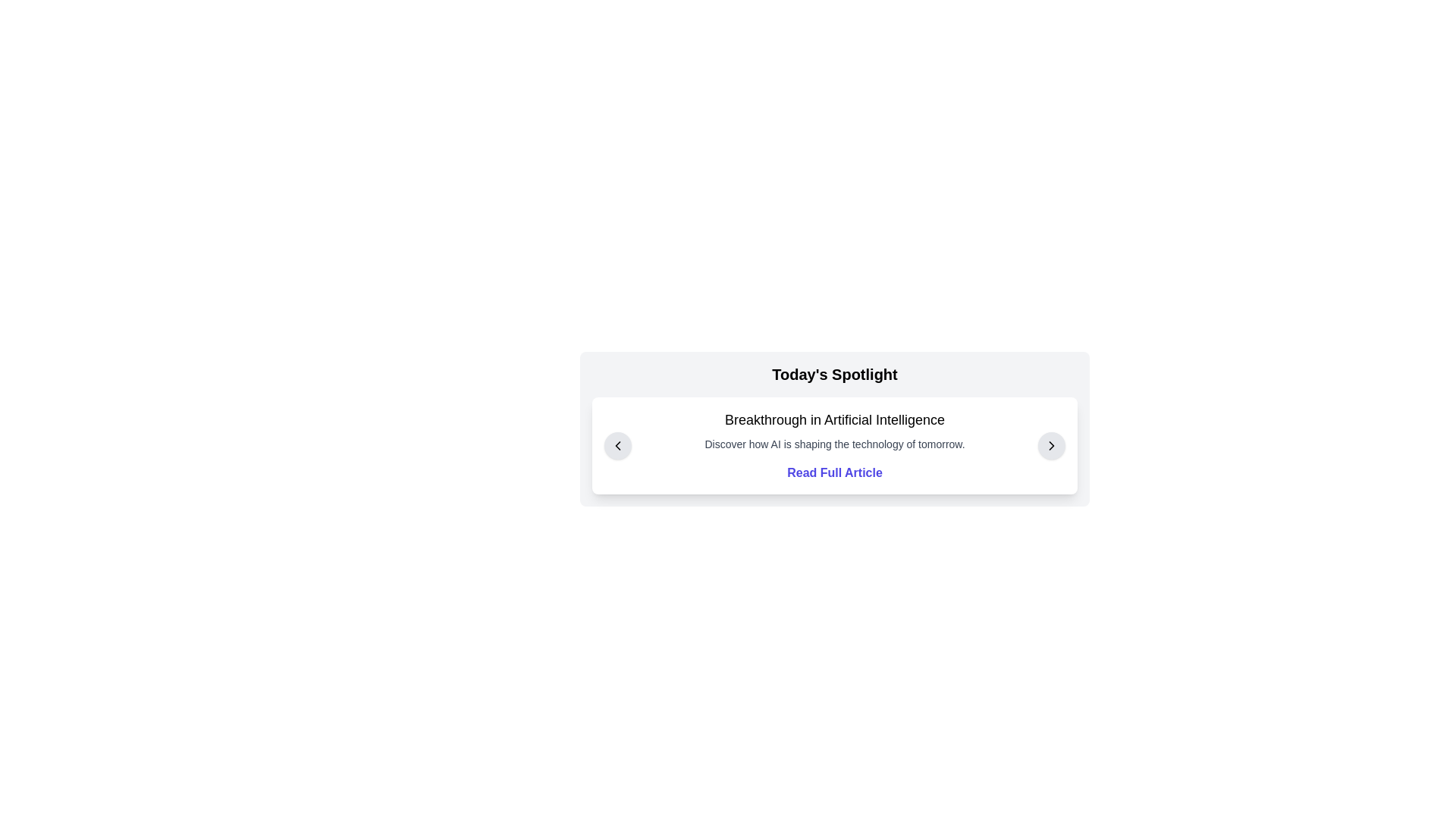  I want to click on the hyperlink labeled 'Read Full Article', so click(833, 472).